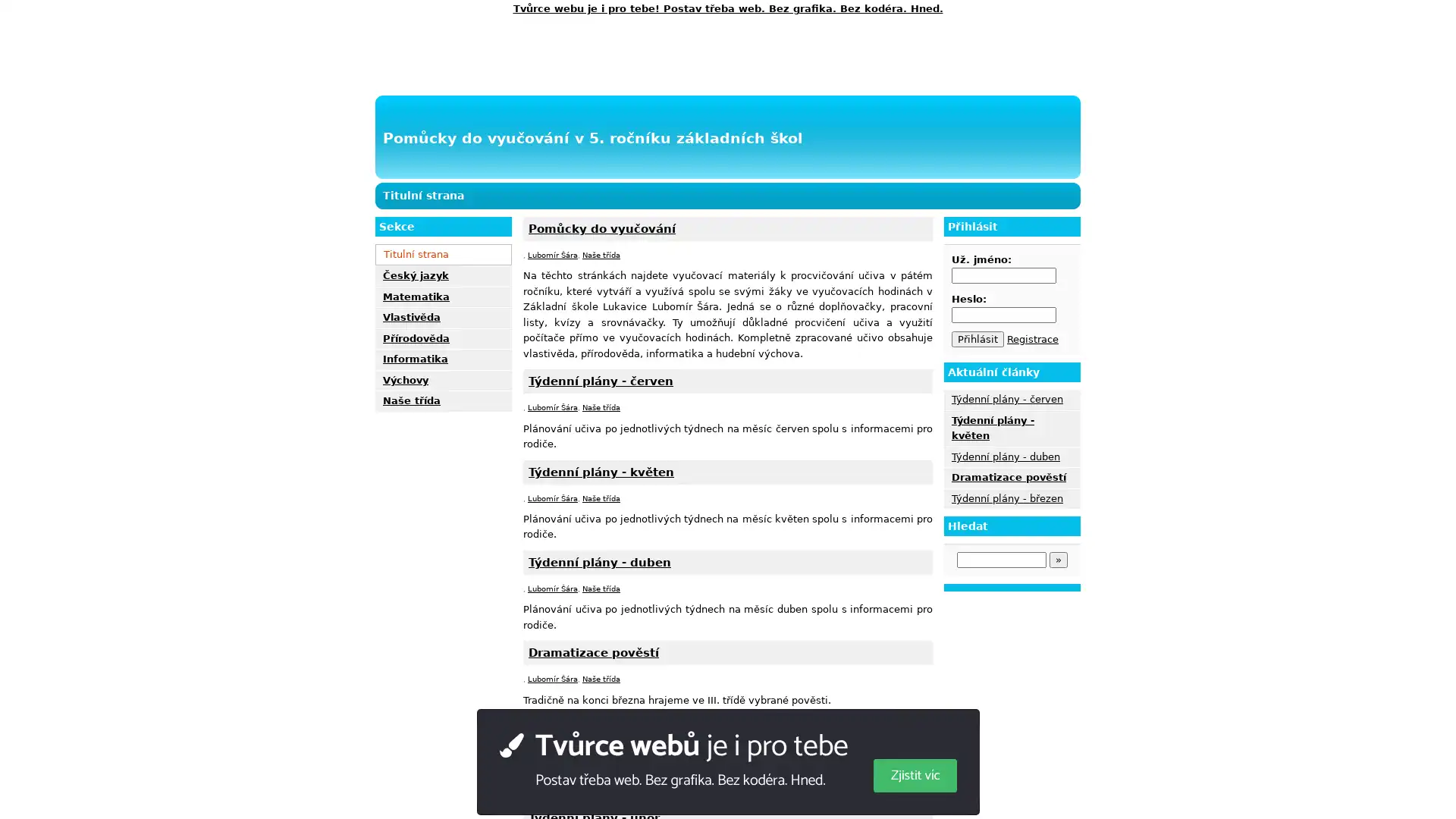 This screenshot has height=819, width=1456. Describe the element at coordinates (977, 337) in the screenshot. I see `Prihlasit` at that location.